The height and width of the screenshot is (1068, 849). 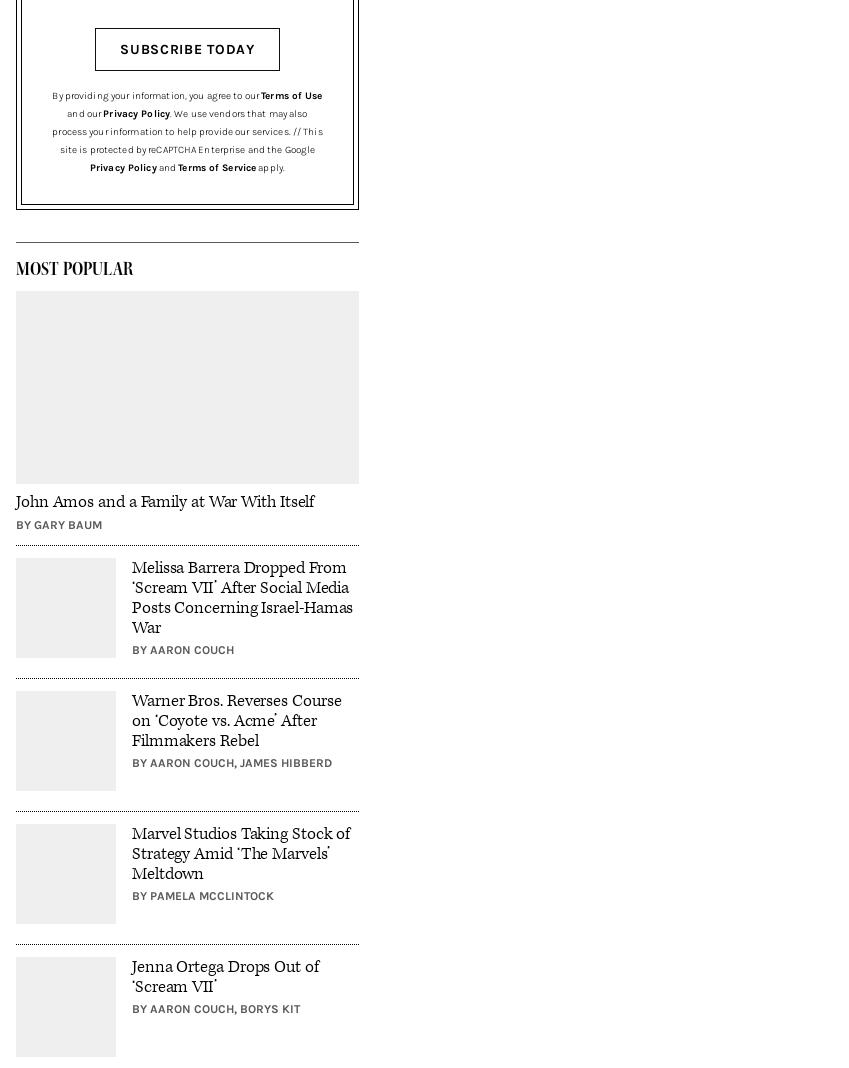 What do you see at coordinates (74, 268) in the screenshot?
I see `'Most Popular'` at bounding box center [74, 268].